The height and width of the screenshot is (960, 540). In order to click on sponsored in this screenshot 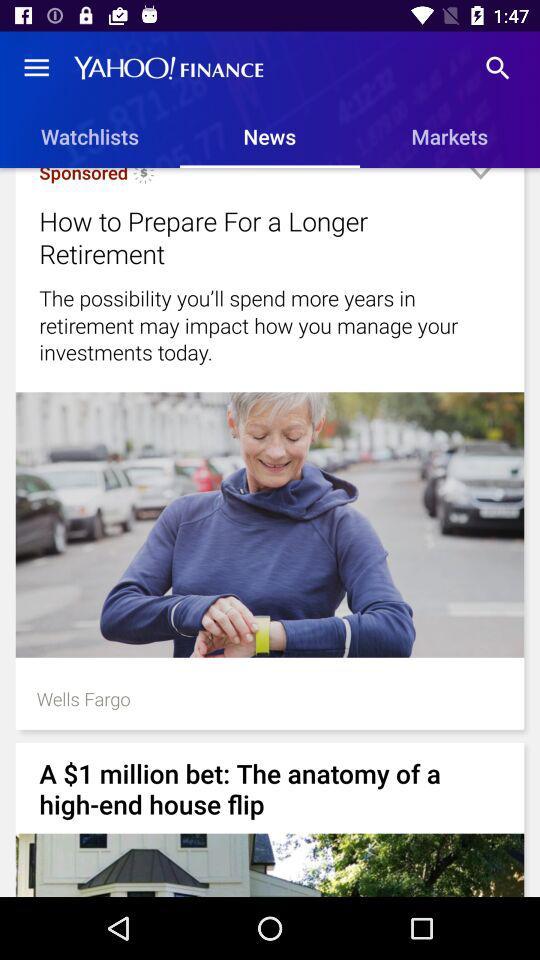, I will do `click(82, 175)`.